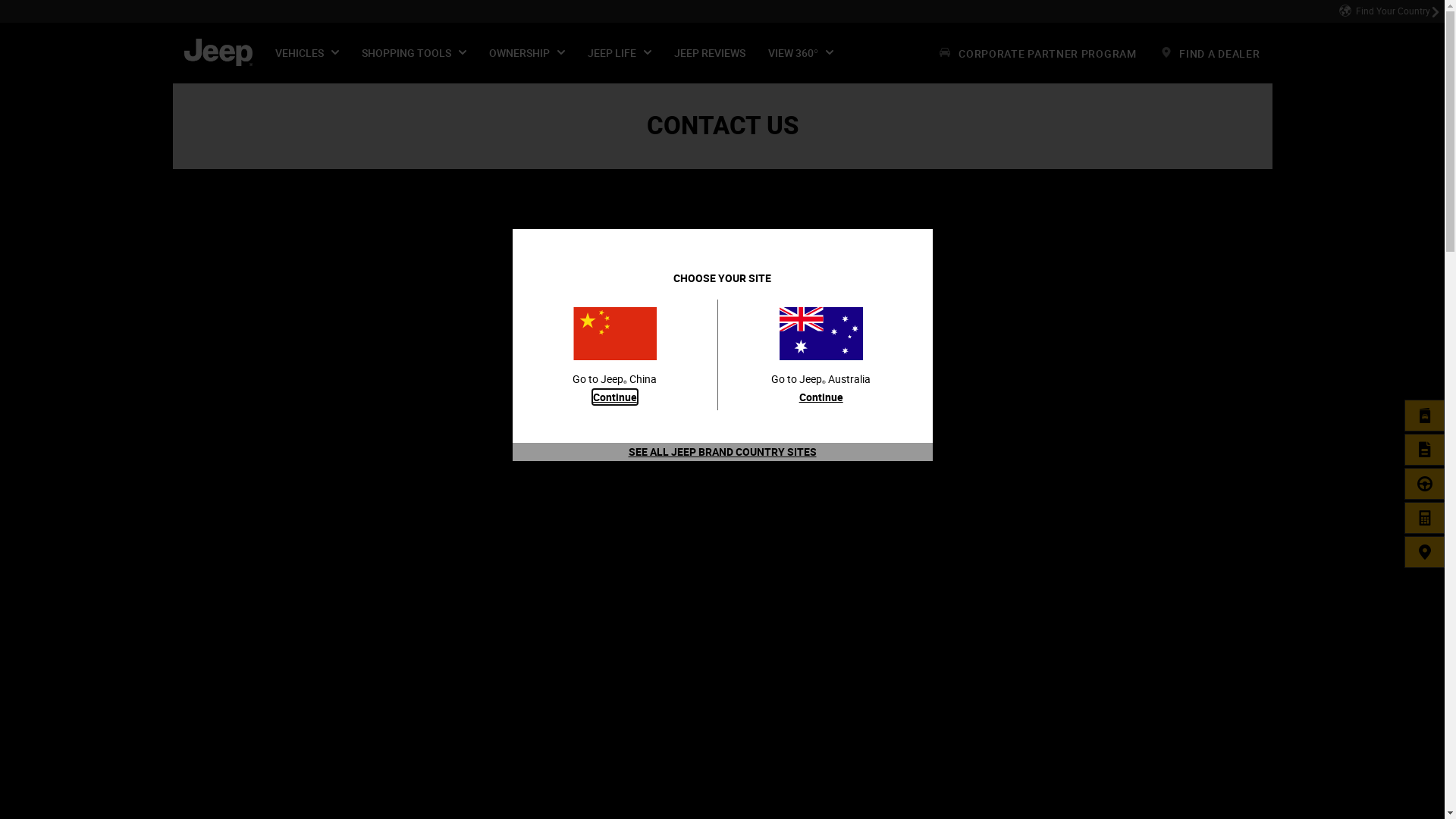 The height and width of the screenshot is (819, 1456). What do you see at coordinates (306, 52) in the screenshot?
I see `'VEHICLES'` at bounding box center [306, 52].